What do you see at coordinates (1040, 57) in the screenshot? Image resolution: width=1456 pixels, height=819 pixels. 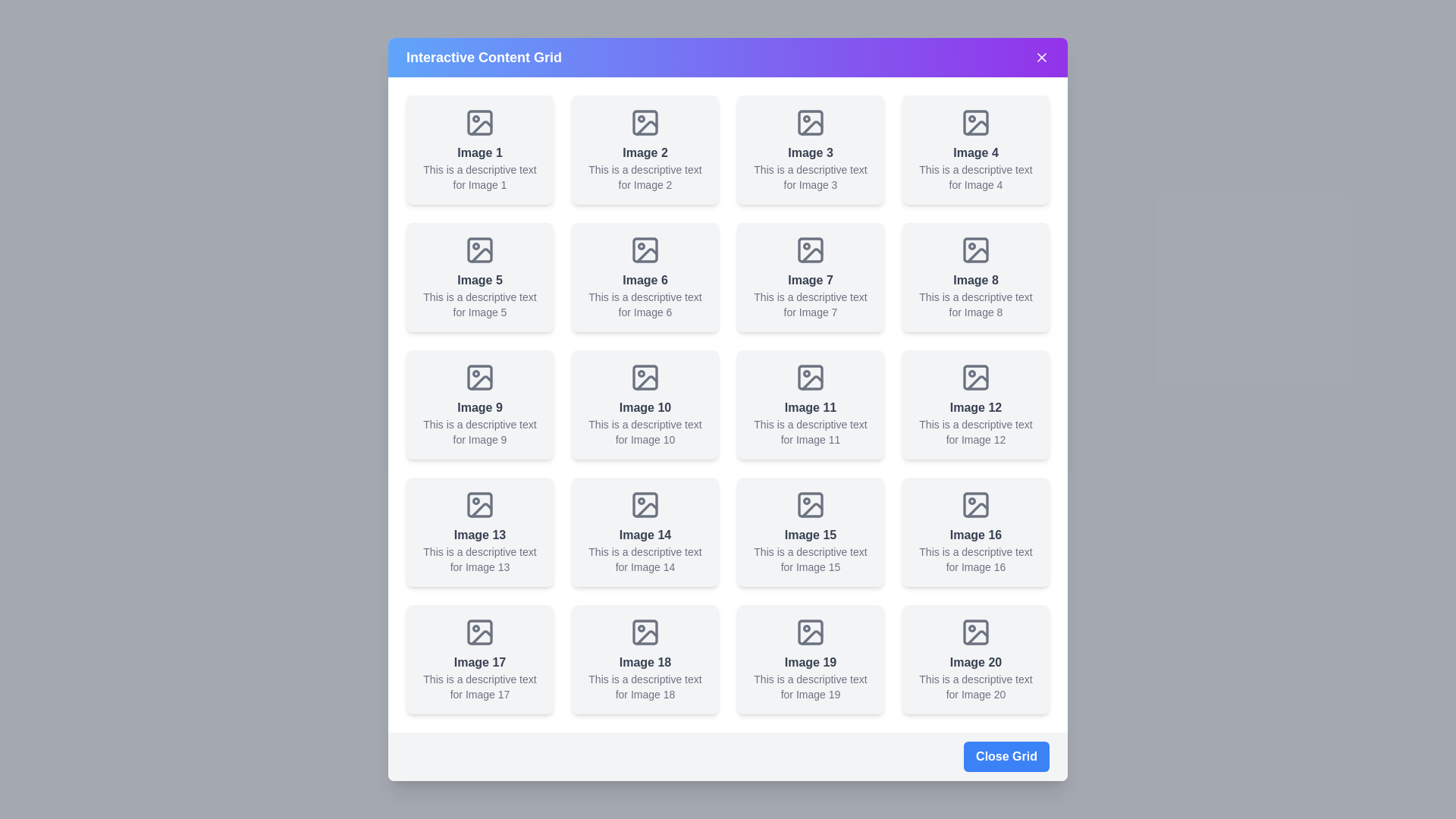 I see `the 'X' button in the top-right corner of the dialog to close it` at bounding box center [1040, 57].